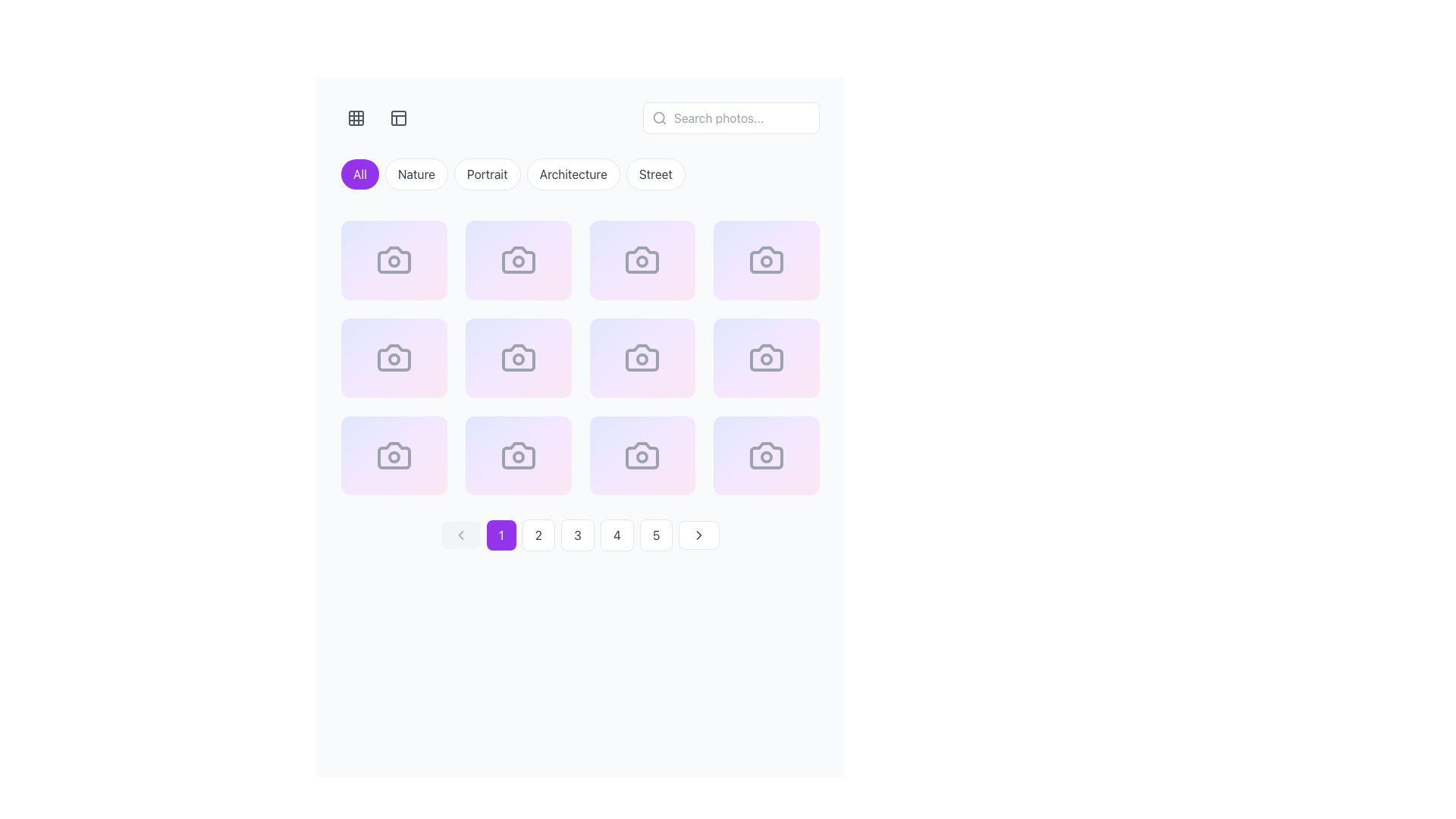 The width and height of the screenshot is (1456, 819). I want to click on the Chevron Icon used for navigation, so click(698, 535).